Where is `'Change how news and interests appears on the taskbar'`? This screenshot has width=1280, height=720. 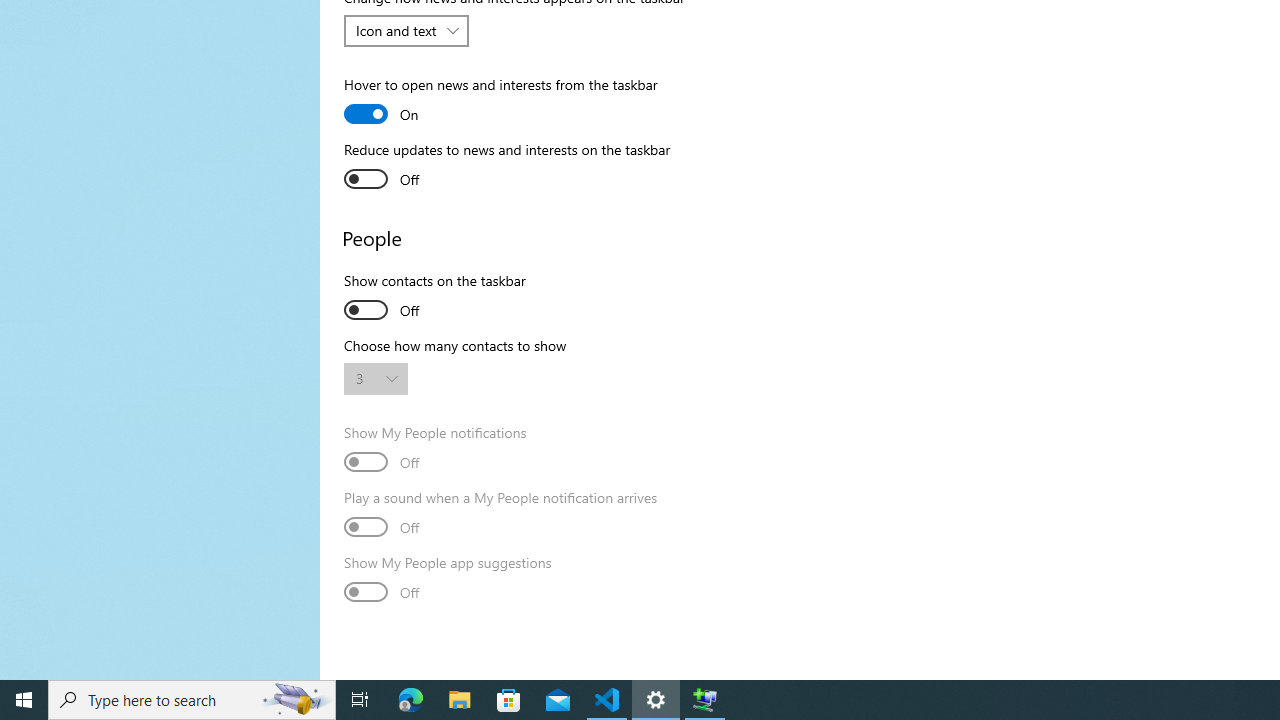 'Change how news and interests appears on the taskbar' is located at coordinates (405, 30).